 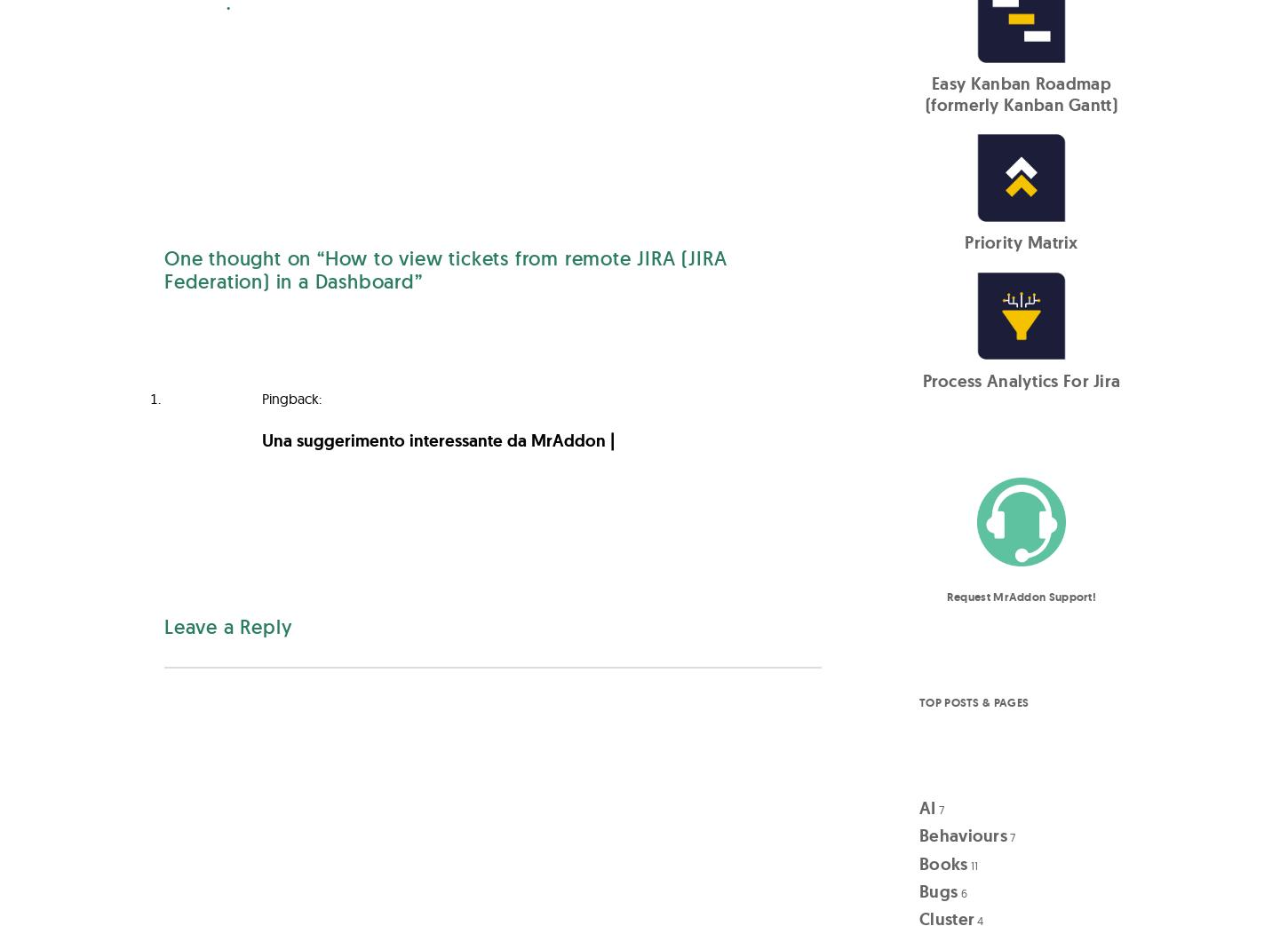 What do you see at coordinates (1020, 242) in the screenshot?
I see `'Priority Matrix'` at bounding box center [1020, 242].